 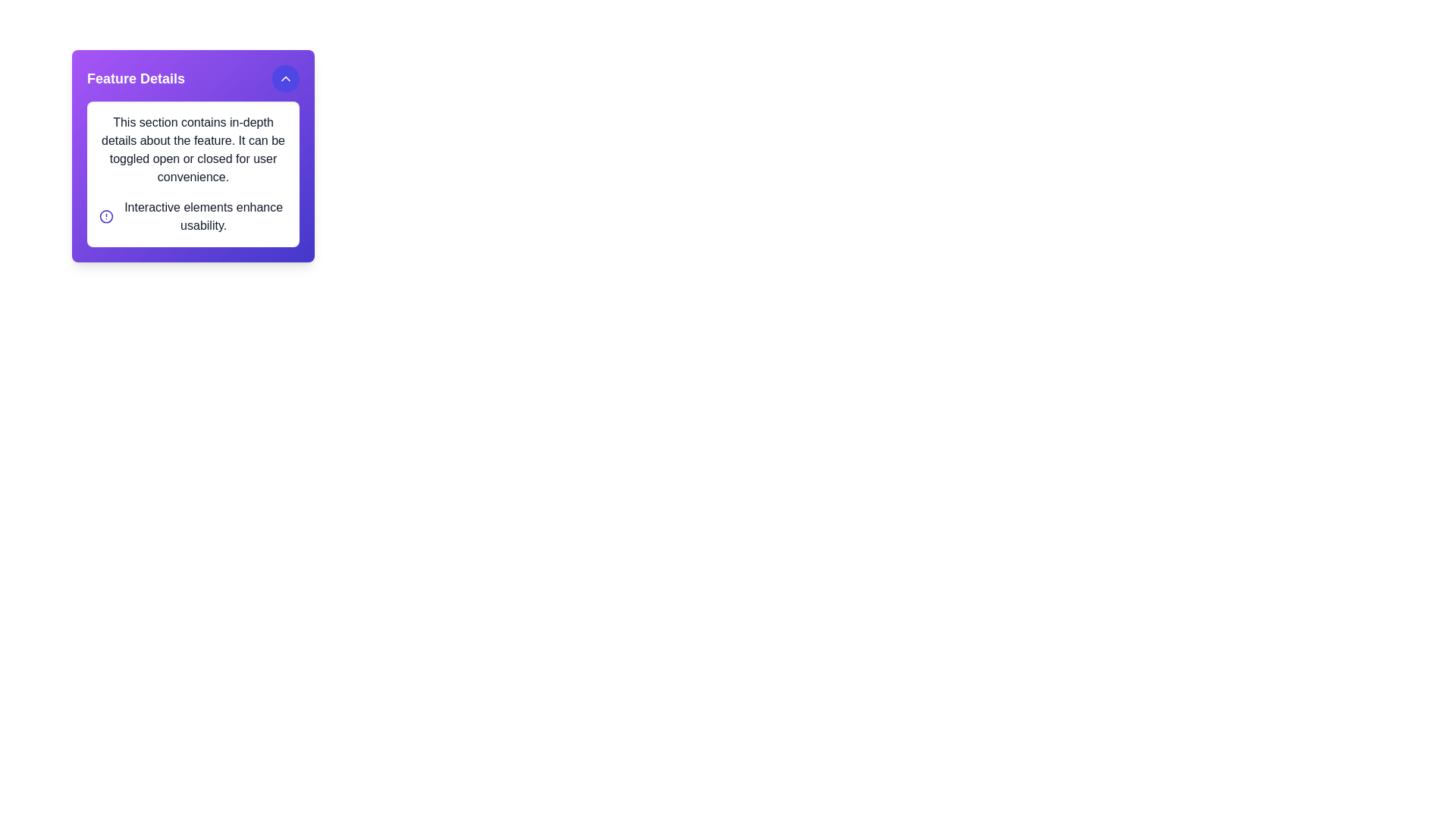 What do you see at coordinates (192, 149) in the screenshot?
I see `the informational text element located directly below the title 'Feature Details', which serves to provide context and details to the user` at bounding box center [192, 149].